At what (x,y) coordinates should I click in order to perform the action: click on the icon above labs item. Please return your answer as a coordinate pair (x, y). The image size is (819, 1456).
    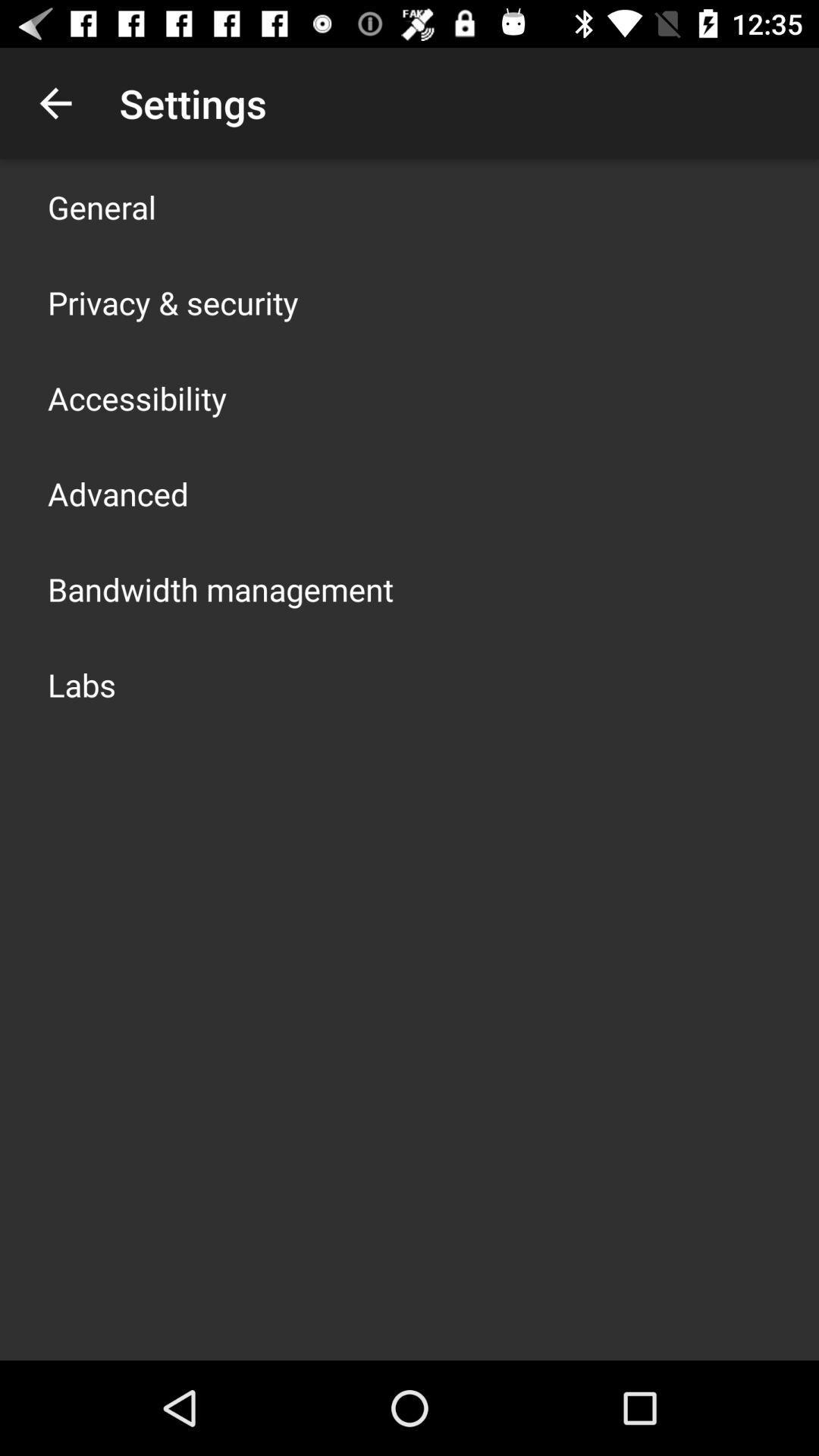
    Looking at the image, I should click on (220, 588).